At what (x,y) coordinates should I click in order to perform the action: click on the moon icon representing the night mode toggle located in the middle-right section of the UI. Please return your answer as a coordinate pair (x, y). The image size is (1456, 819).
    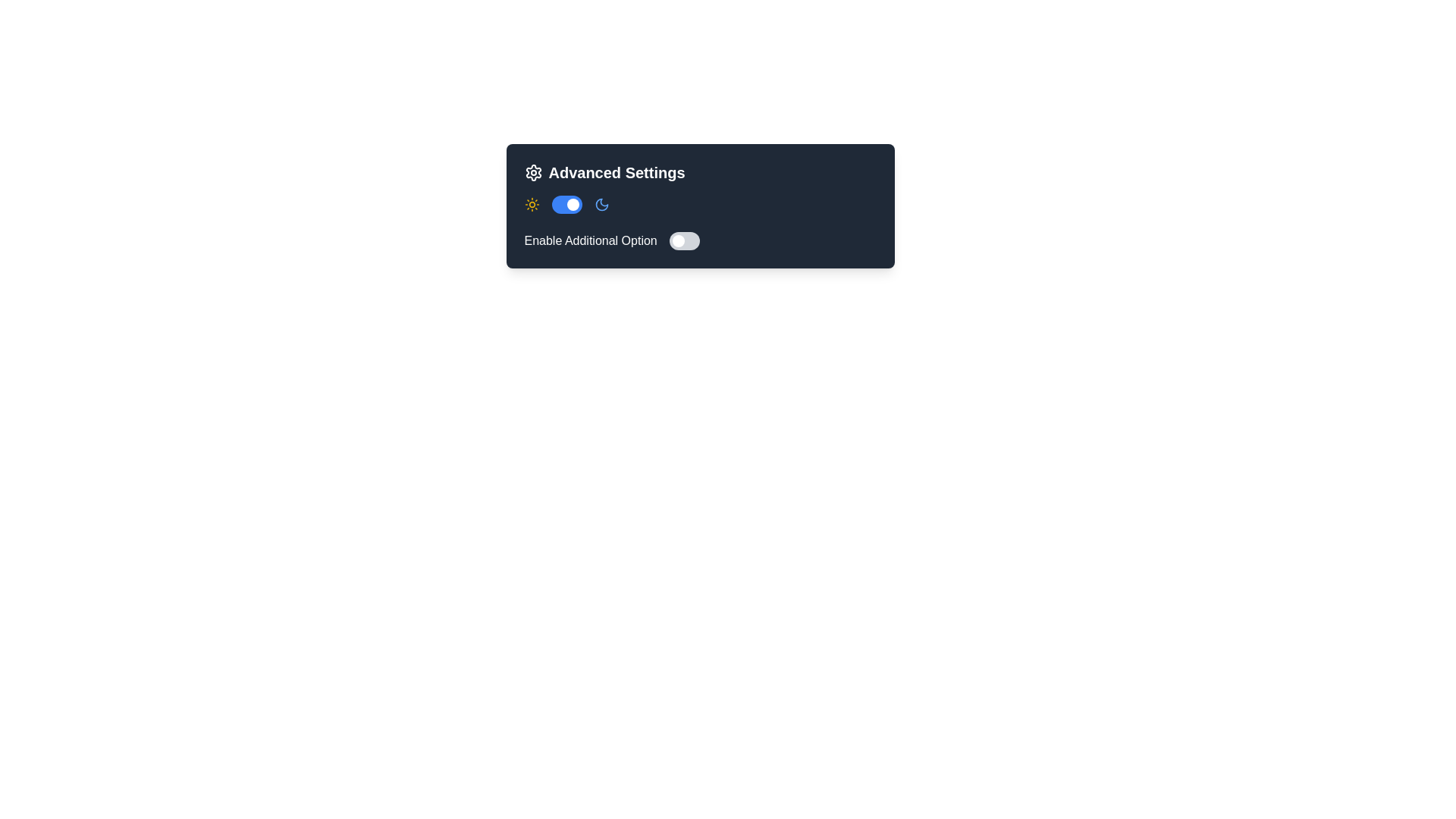
    Looking at the image, I should click on (601, 205).